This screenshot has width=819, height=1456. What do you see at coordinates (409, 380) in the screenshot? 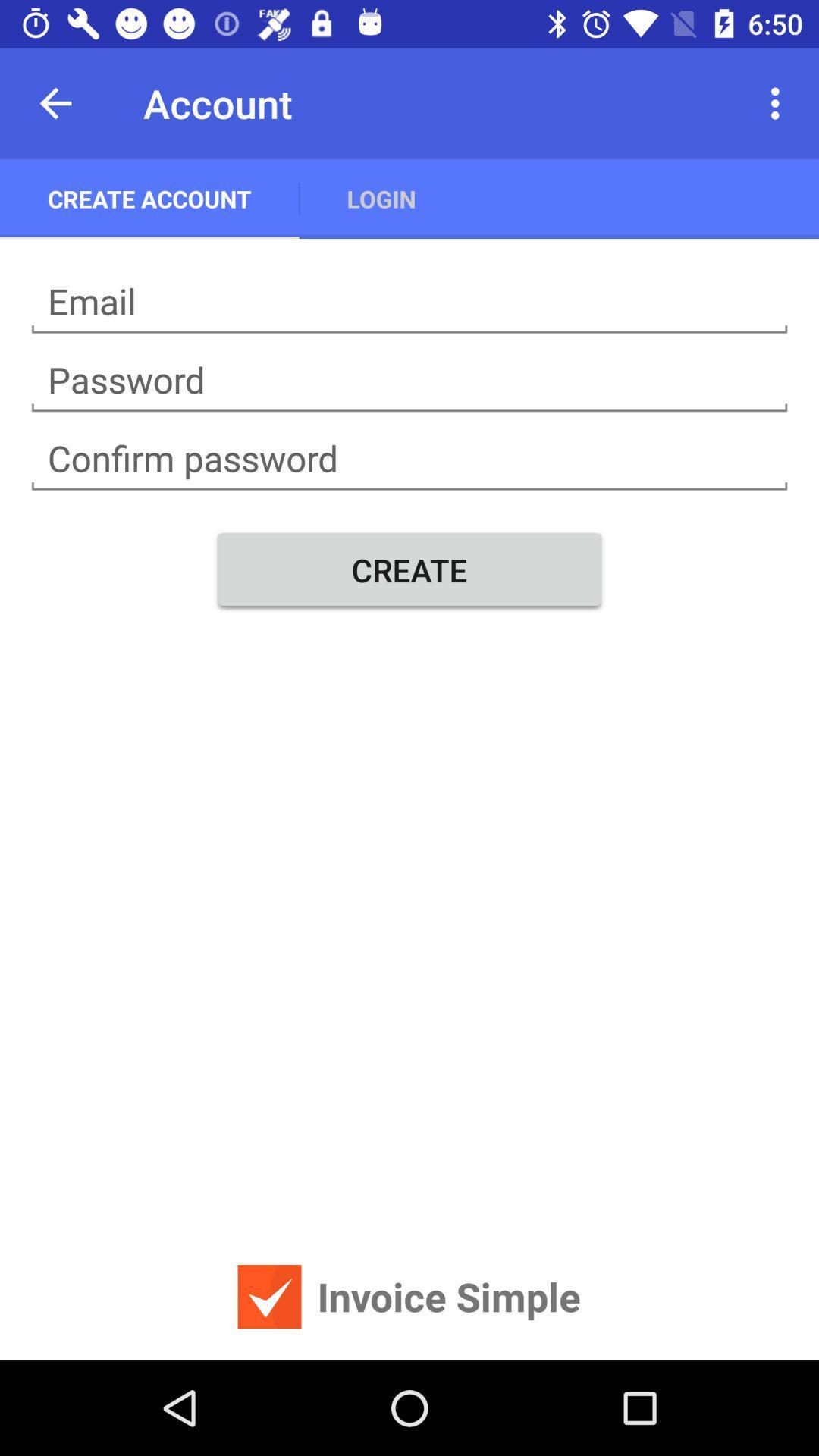
I see `creat password` at bounding box center [409, 380].